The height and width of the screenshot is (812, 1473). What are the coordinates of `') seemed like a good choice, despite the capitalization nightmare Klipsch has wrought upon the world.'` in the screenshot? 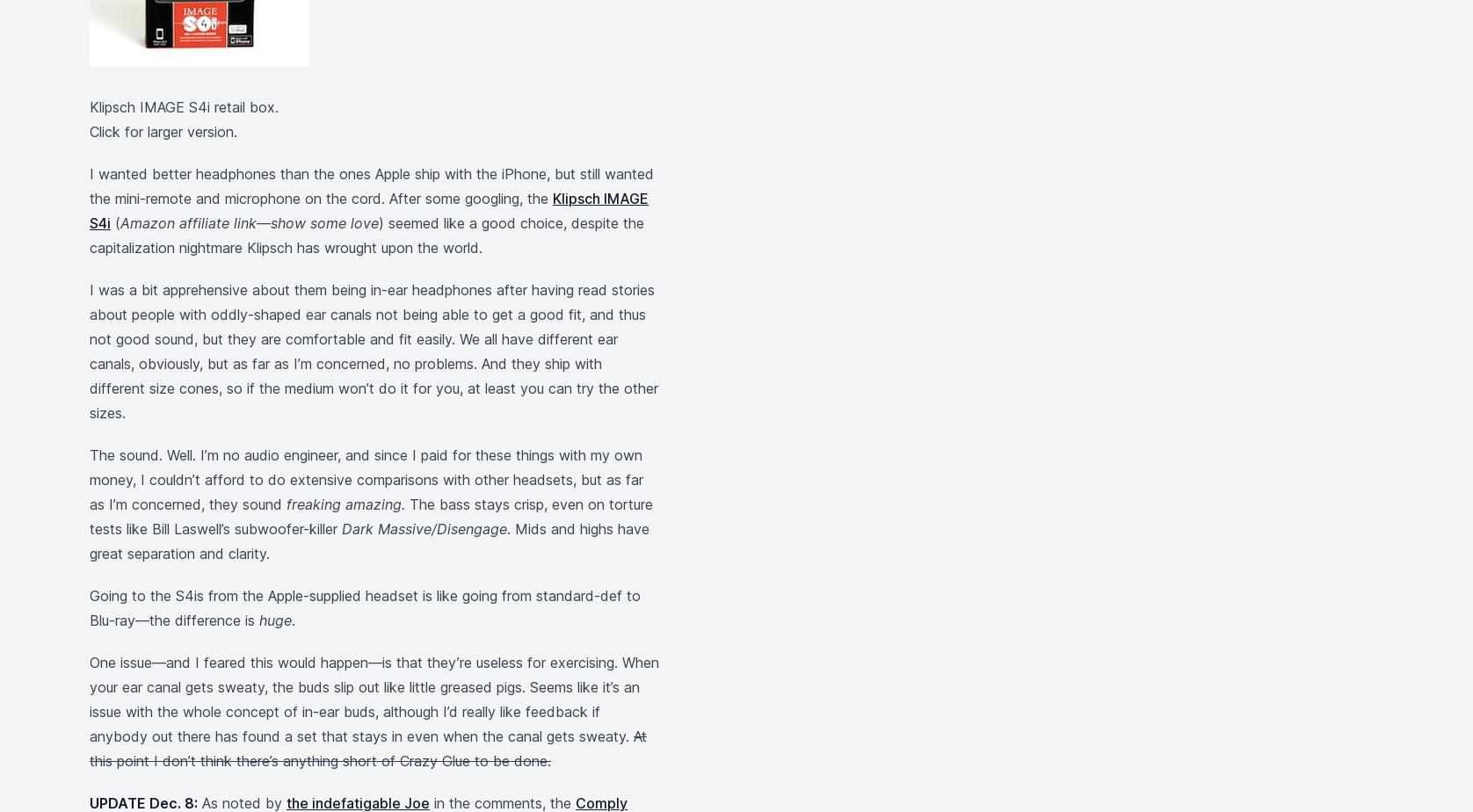 It's located at (366, 235).